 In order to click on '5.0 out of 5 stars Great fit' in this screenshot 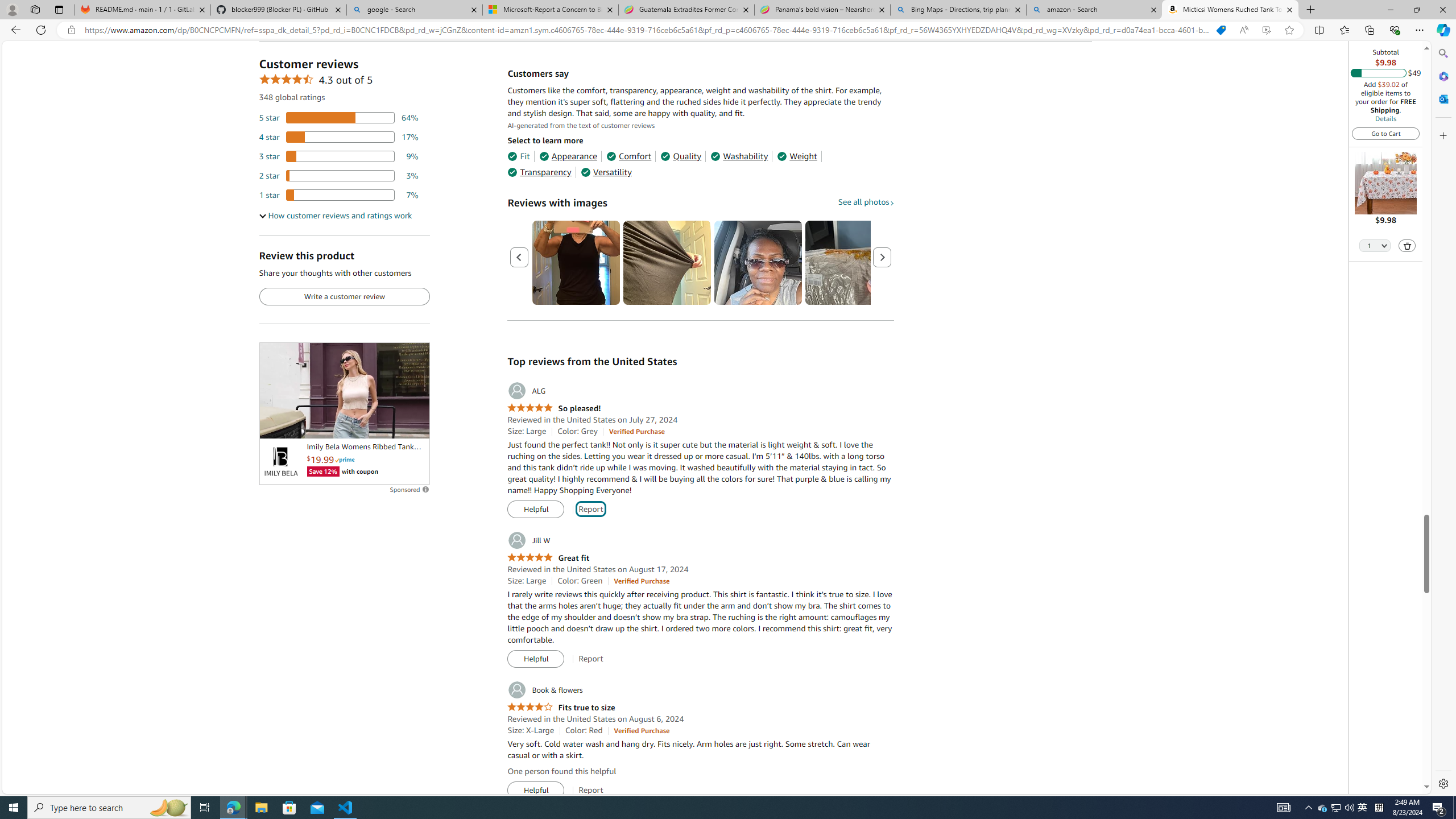, I will do `click(547, 557)`.